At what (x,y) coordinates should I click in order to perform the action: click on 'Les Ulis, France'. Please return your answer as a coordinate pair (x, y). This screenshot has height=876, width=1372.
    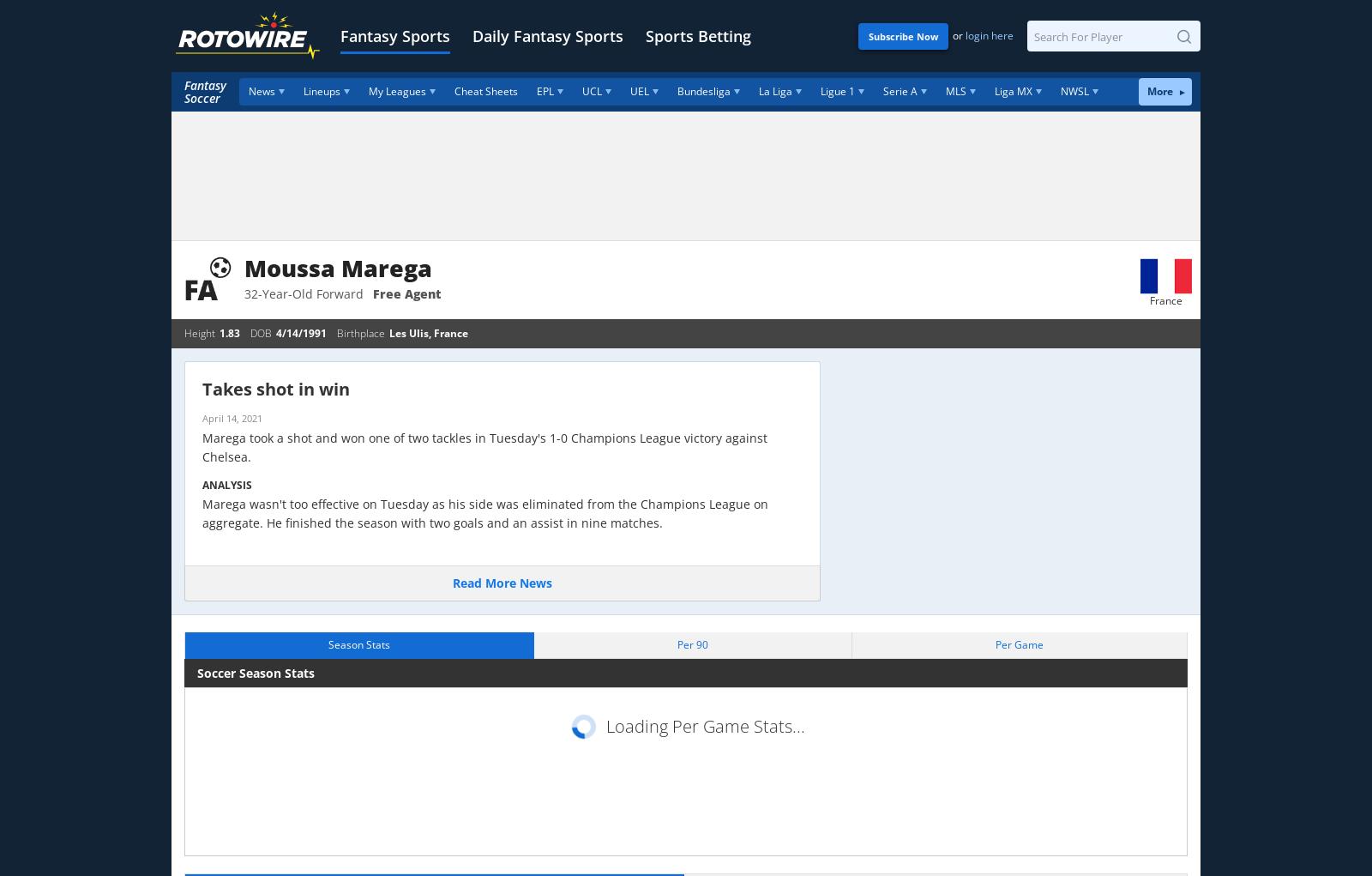
    Looking at the image, I should click on (388, 333).